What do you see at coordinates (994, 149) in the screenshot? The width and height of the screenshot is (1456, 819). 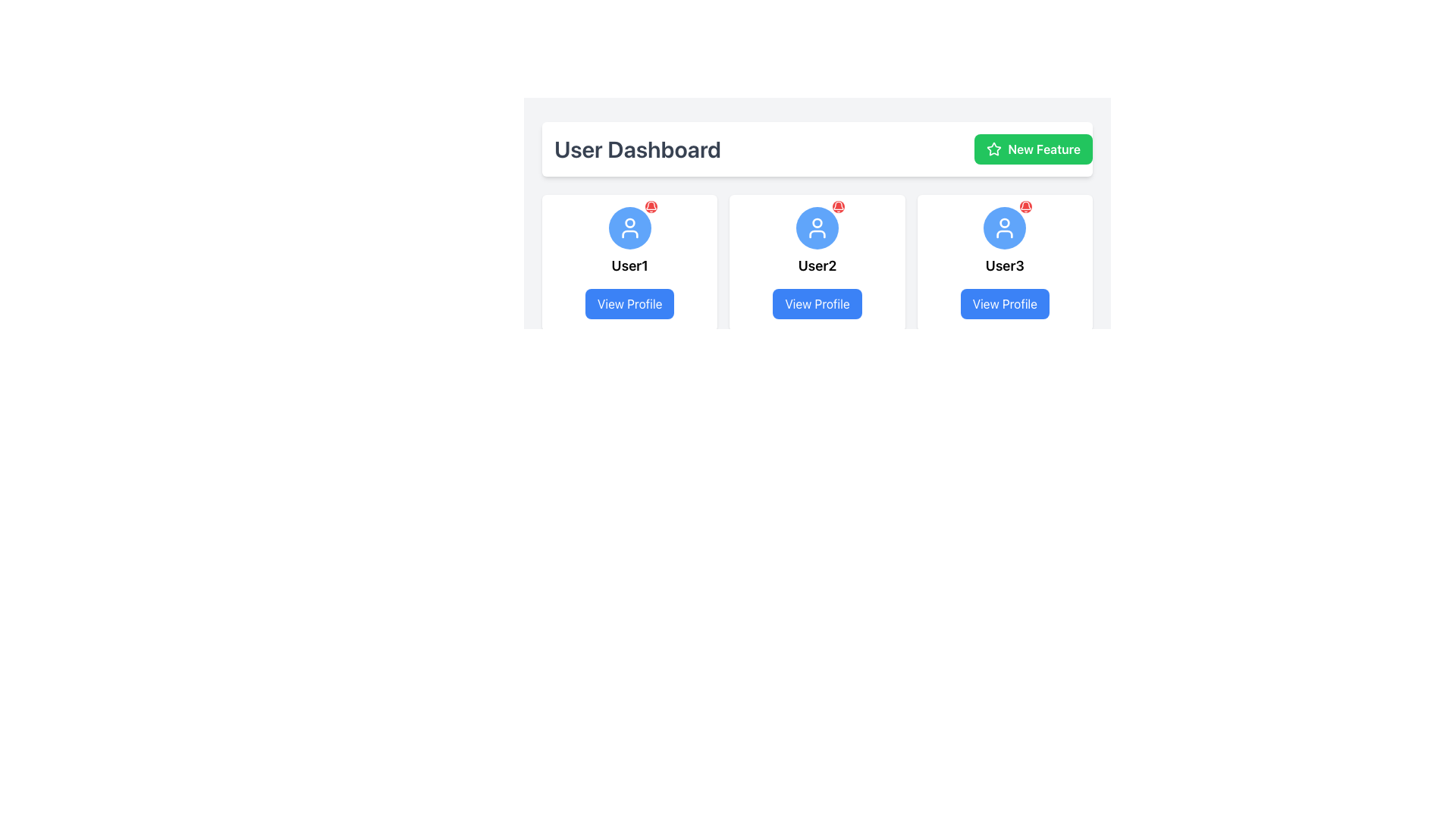 I see `the decorative icon for the 'New Feature' button located in the top-right corner of the page, which signifies importance` at bounding box center [994, 149].